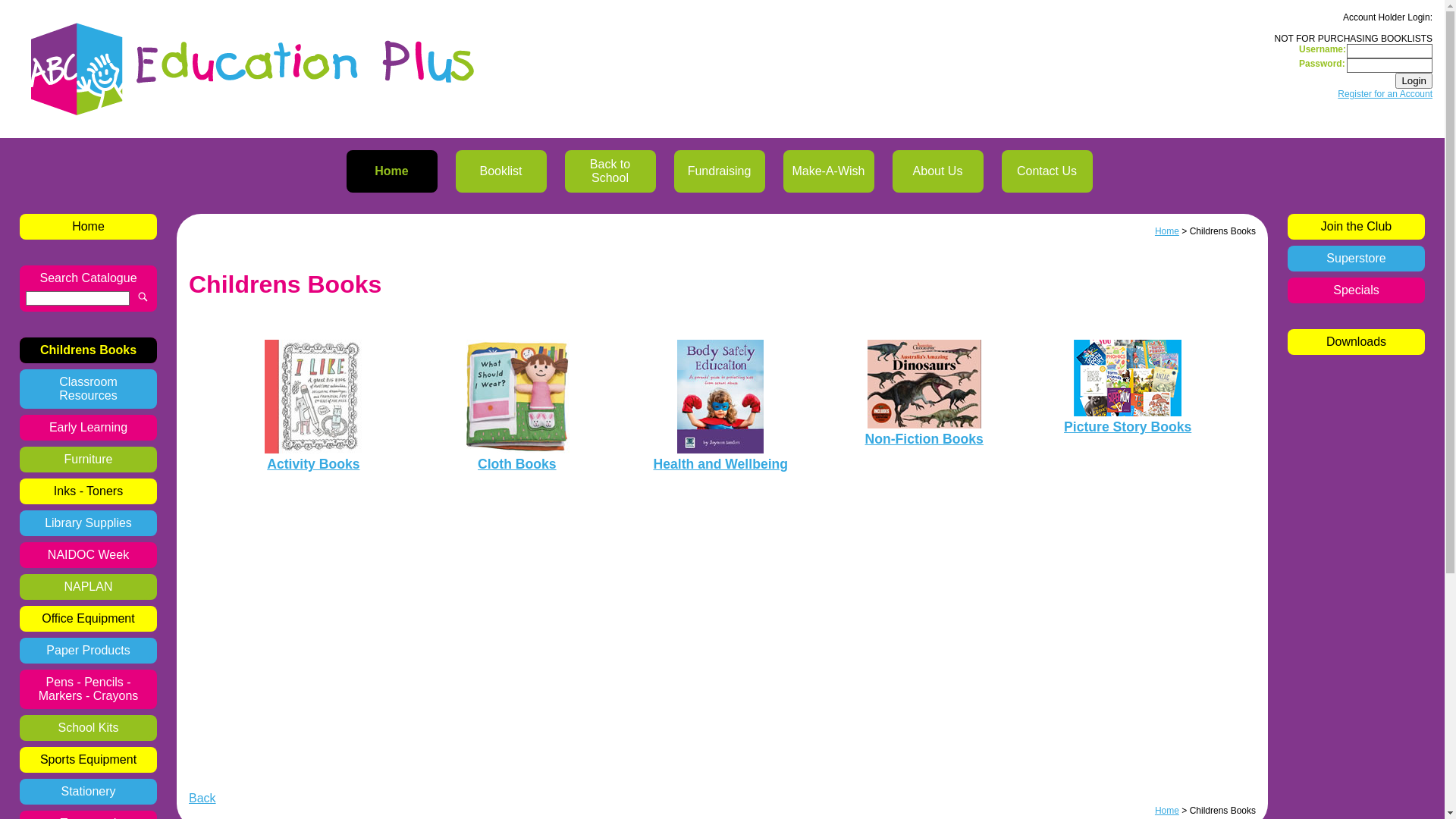 This screenshot has height=819, width=1456. I want to click on 'Register for an Account', so click(1337, 93).